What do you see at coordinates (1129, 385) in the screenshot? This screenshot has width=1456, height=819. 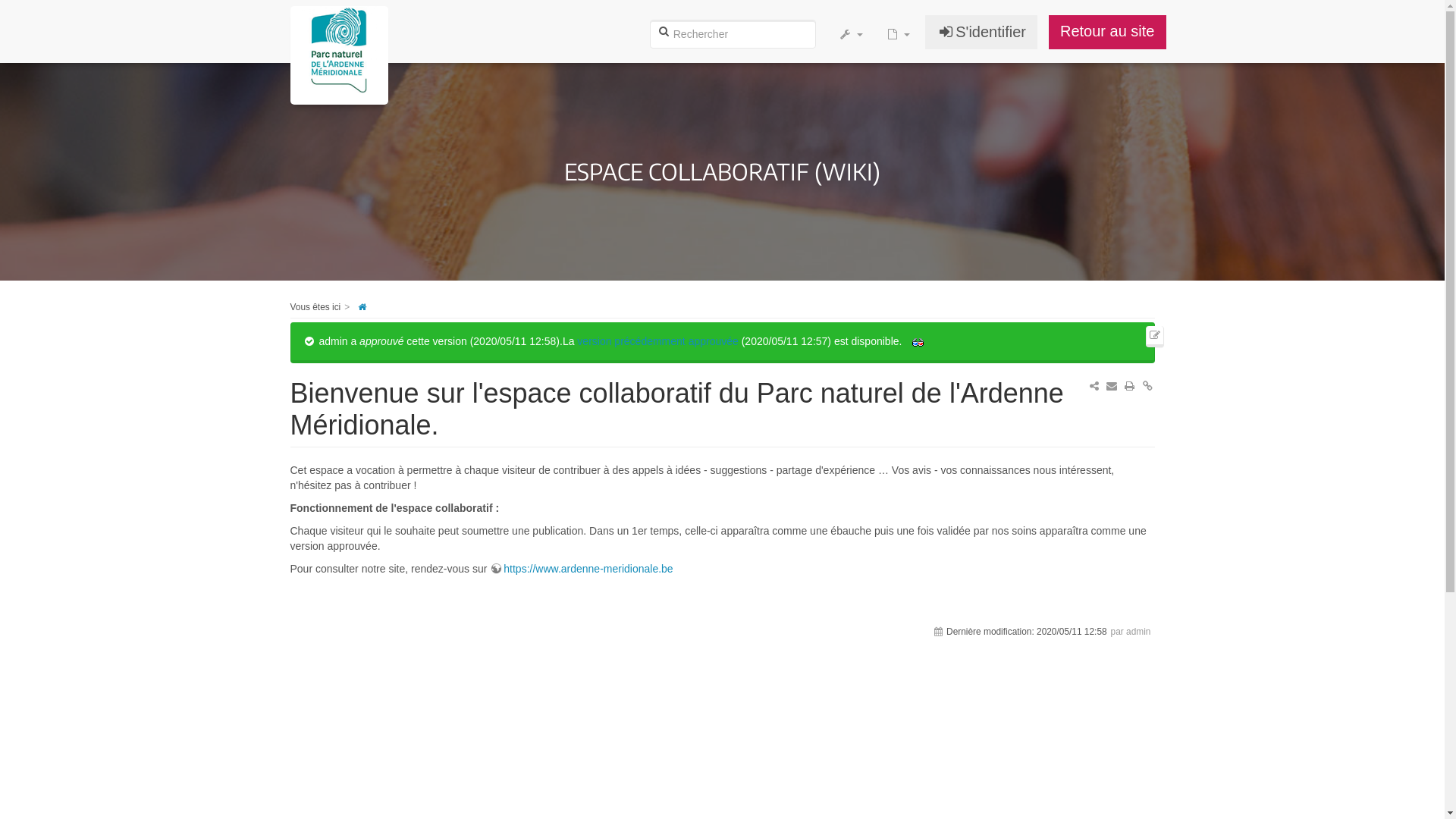 I see `'Imprimer'` at bounding box center [1129, 385].